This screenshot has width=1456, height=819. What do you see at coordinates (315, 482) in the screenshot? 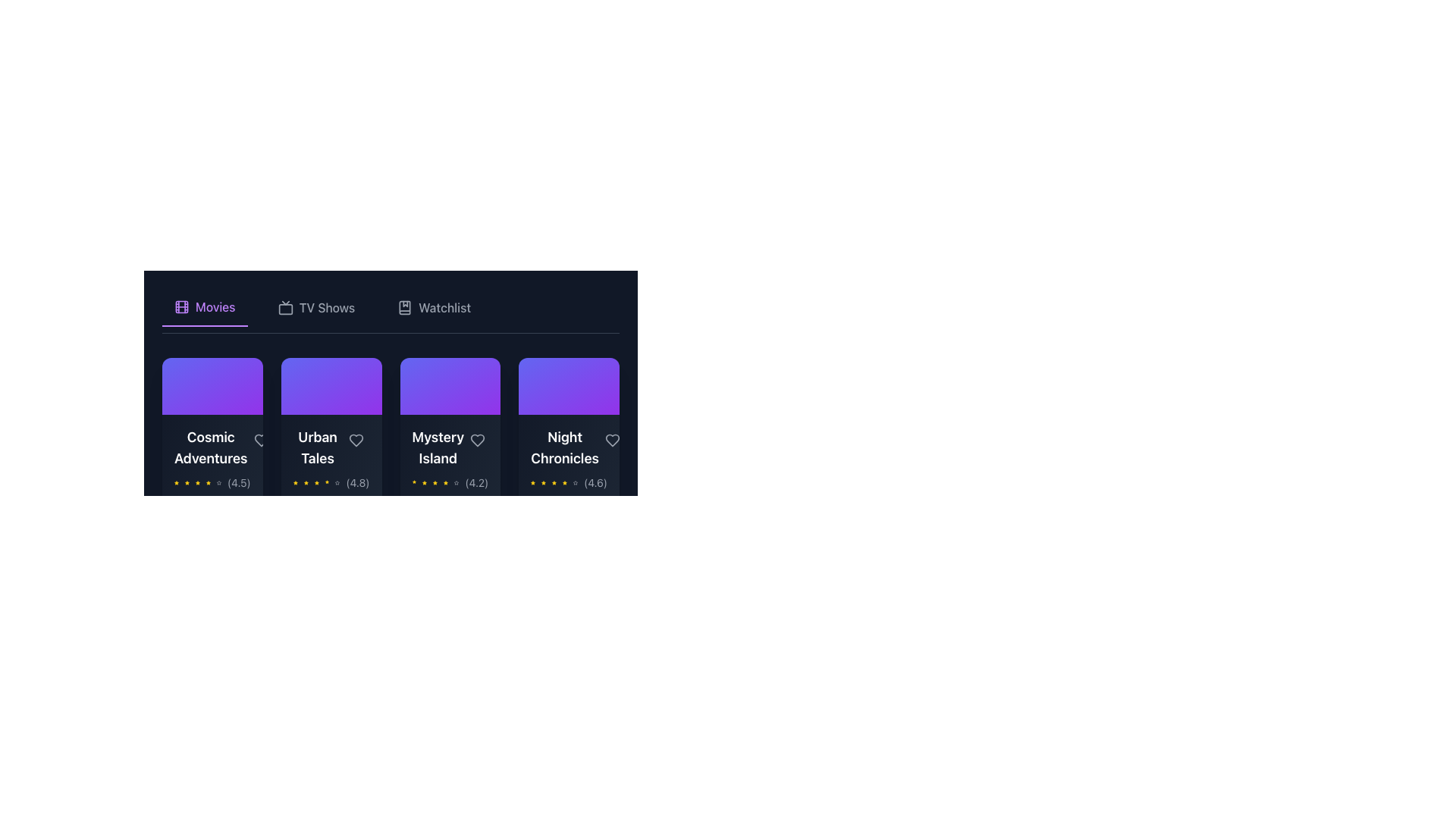
I see `the fourth star icon in the rating mechanism` at bounding box center [315, 482].